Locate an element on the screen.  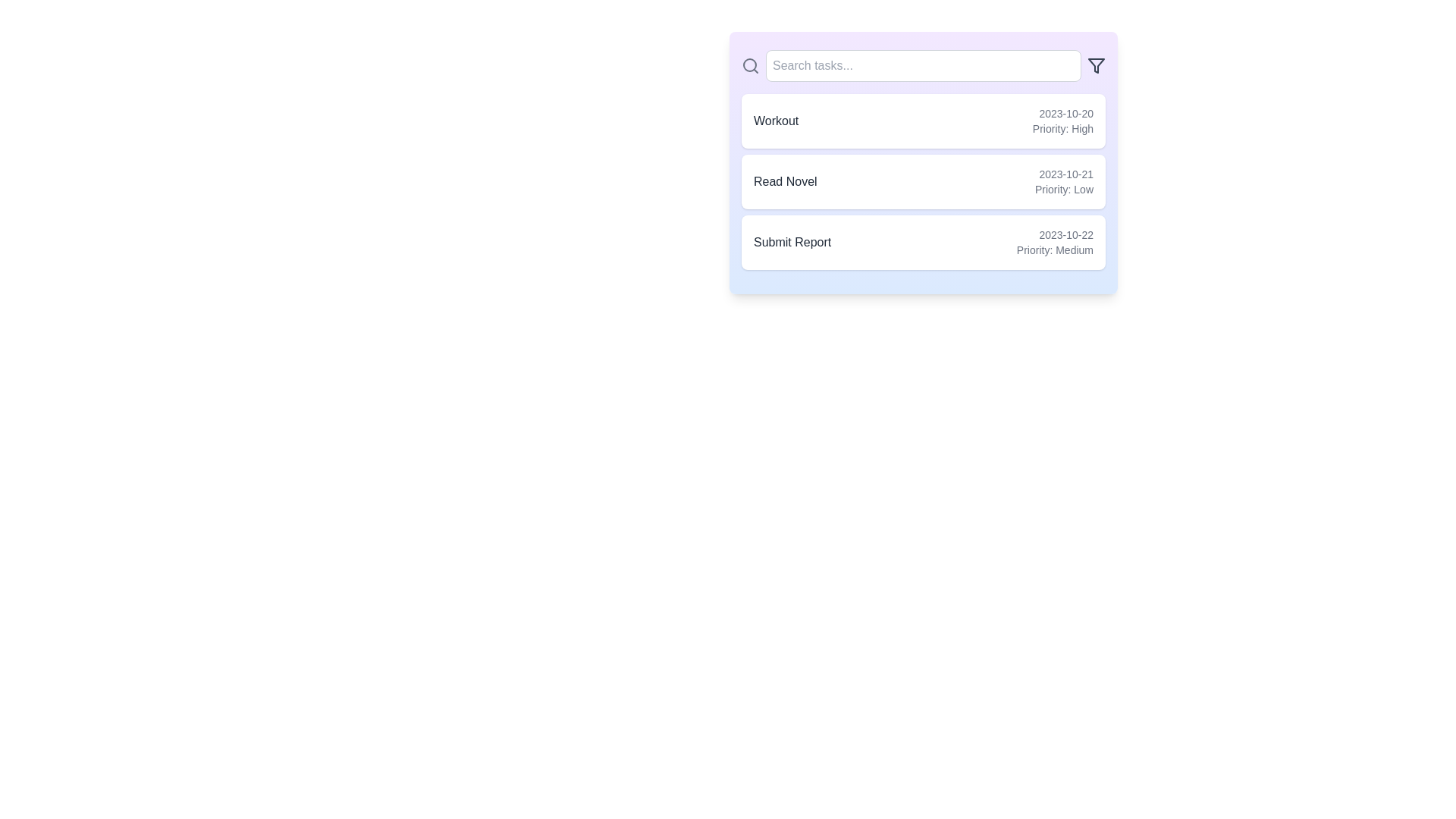
the task item Read Novel to observe its hover effects is located at coordinates (923, 180).